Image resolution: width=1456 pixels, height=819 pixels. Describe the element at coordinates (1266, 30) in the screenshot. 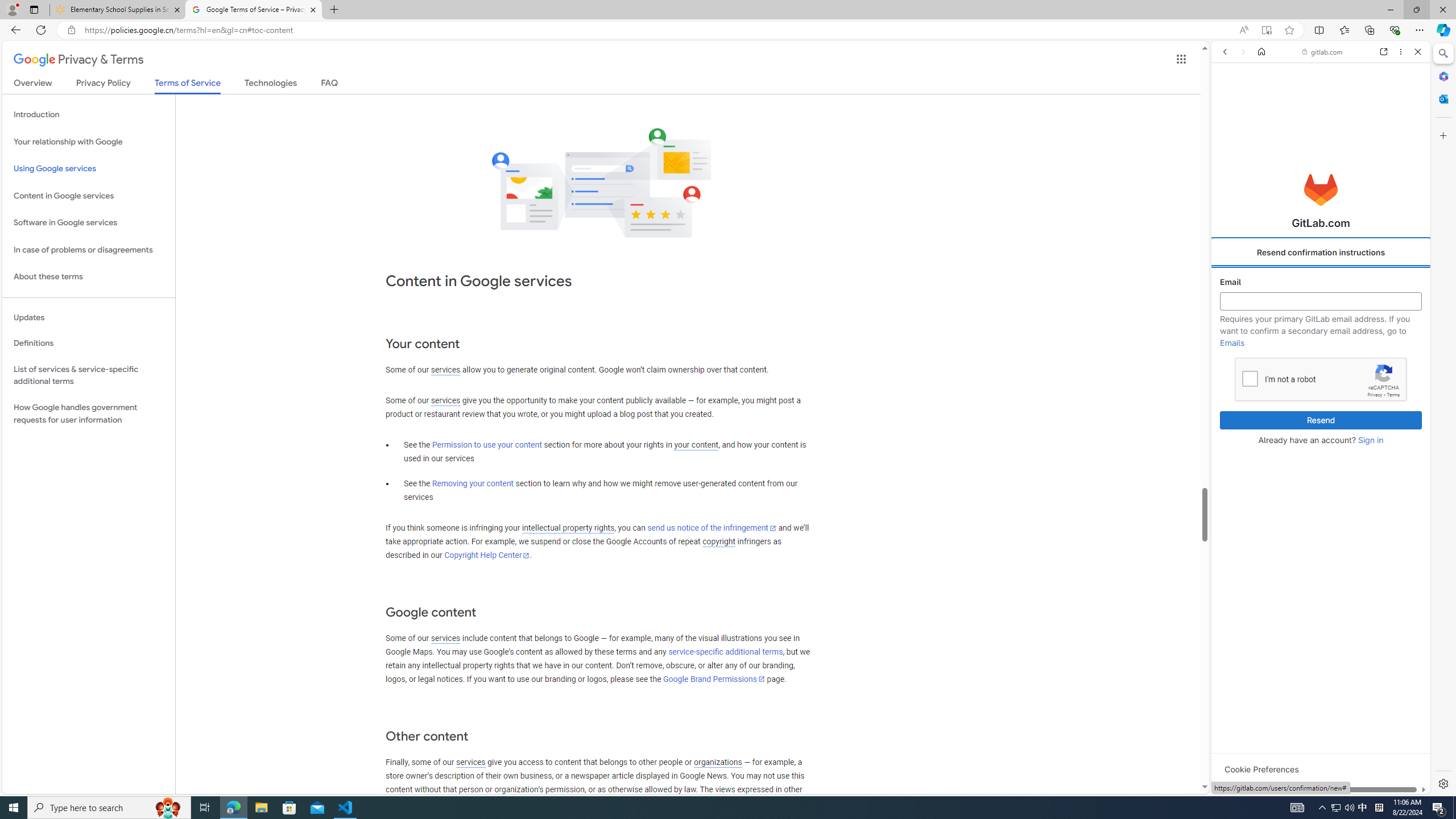

I see `'Enter Immersive Reader (F9)'` at that location.